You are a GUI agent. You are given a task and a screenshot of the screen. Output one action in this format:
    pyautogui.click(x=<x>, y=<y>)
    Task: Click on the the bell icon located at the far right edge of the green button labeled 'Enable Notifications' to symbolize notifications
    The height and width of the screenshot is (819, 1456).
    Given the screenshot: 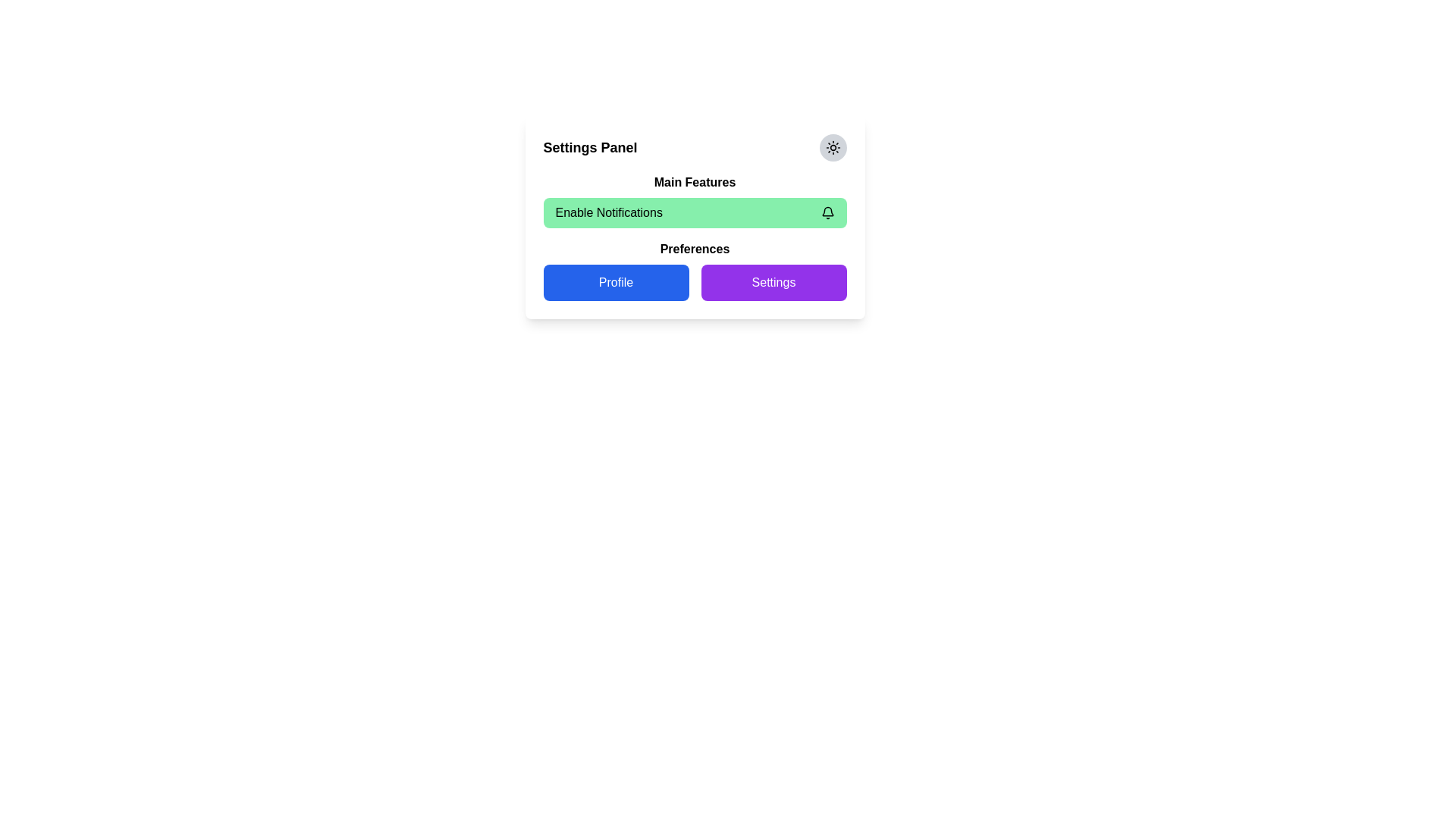 What is the action you would take?
    pyautogui.click(x=827, y=213)
    